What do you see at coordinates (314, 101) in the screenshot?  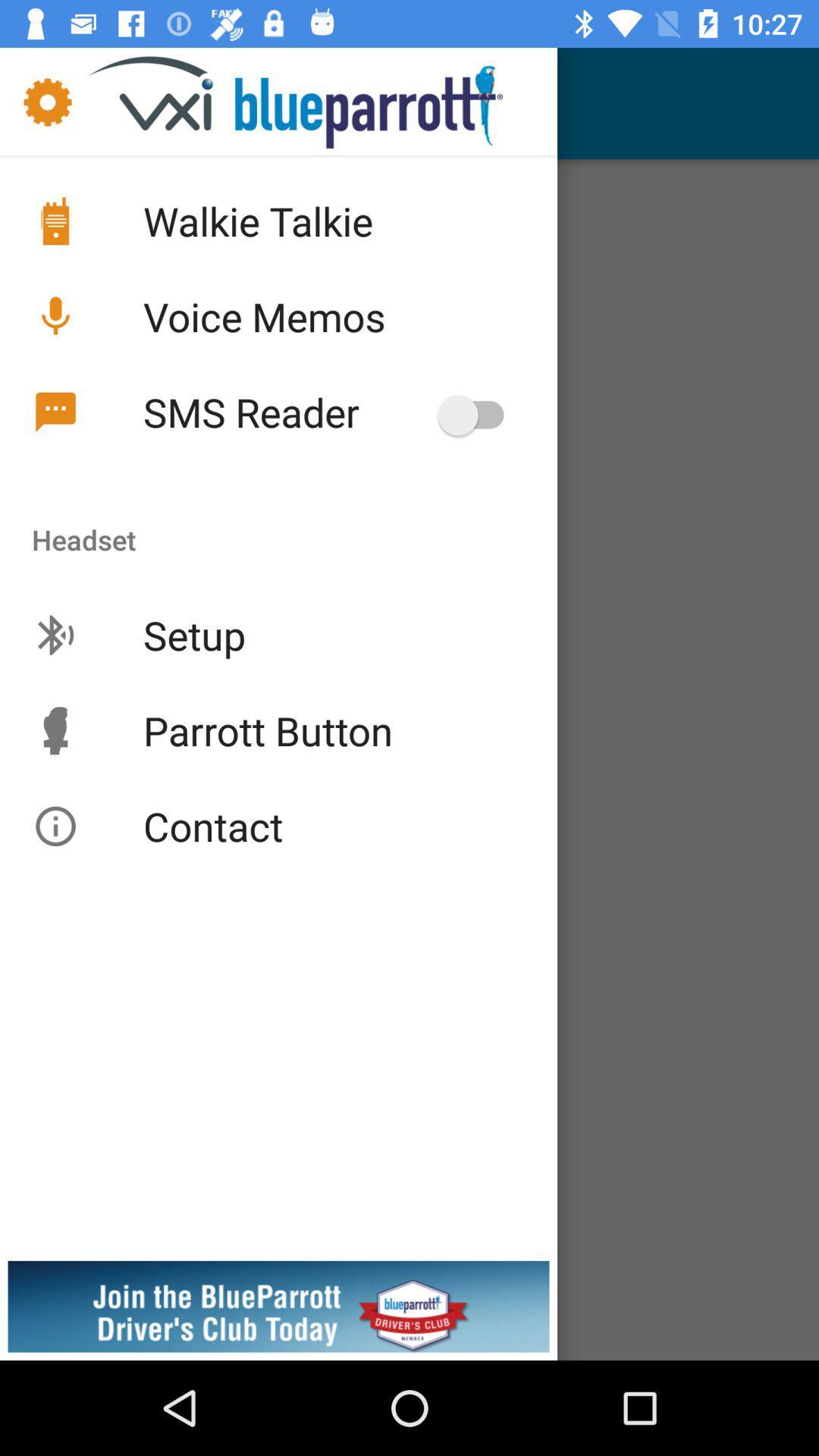 I see `the text below notification bar` at bounding box center [314, 101].